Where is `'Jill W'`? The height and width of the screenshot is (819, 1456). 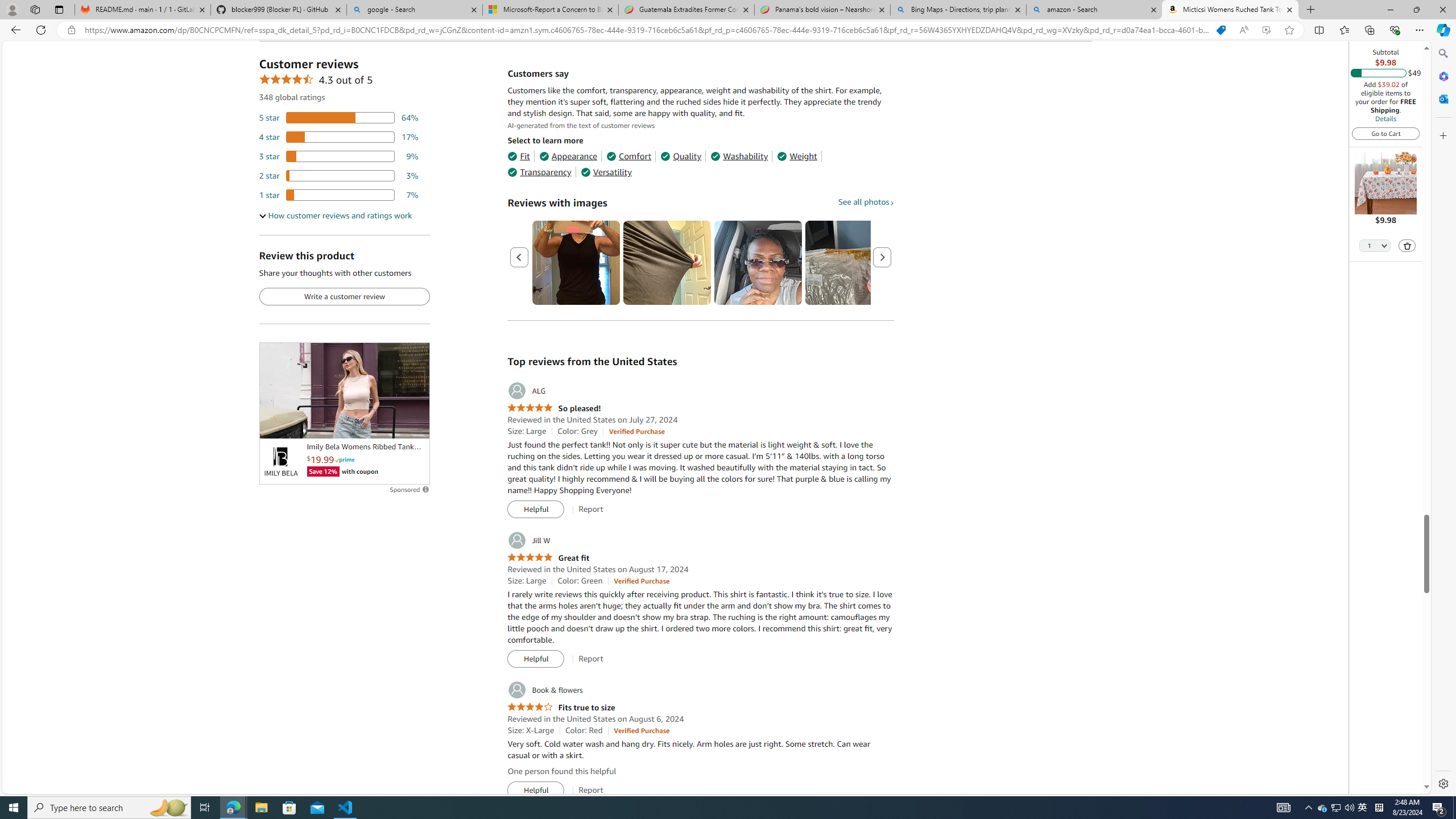 'Jill W' is located at coordinates (528, 540).